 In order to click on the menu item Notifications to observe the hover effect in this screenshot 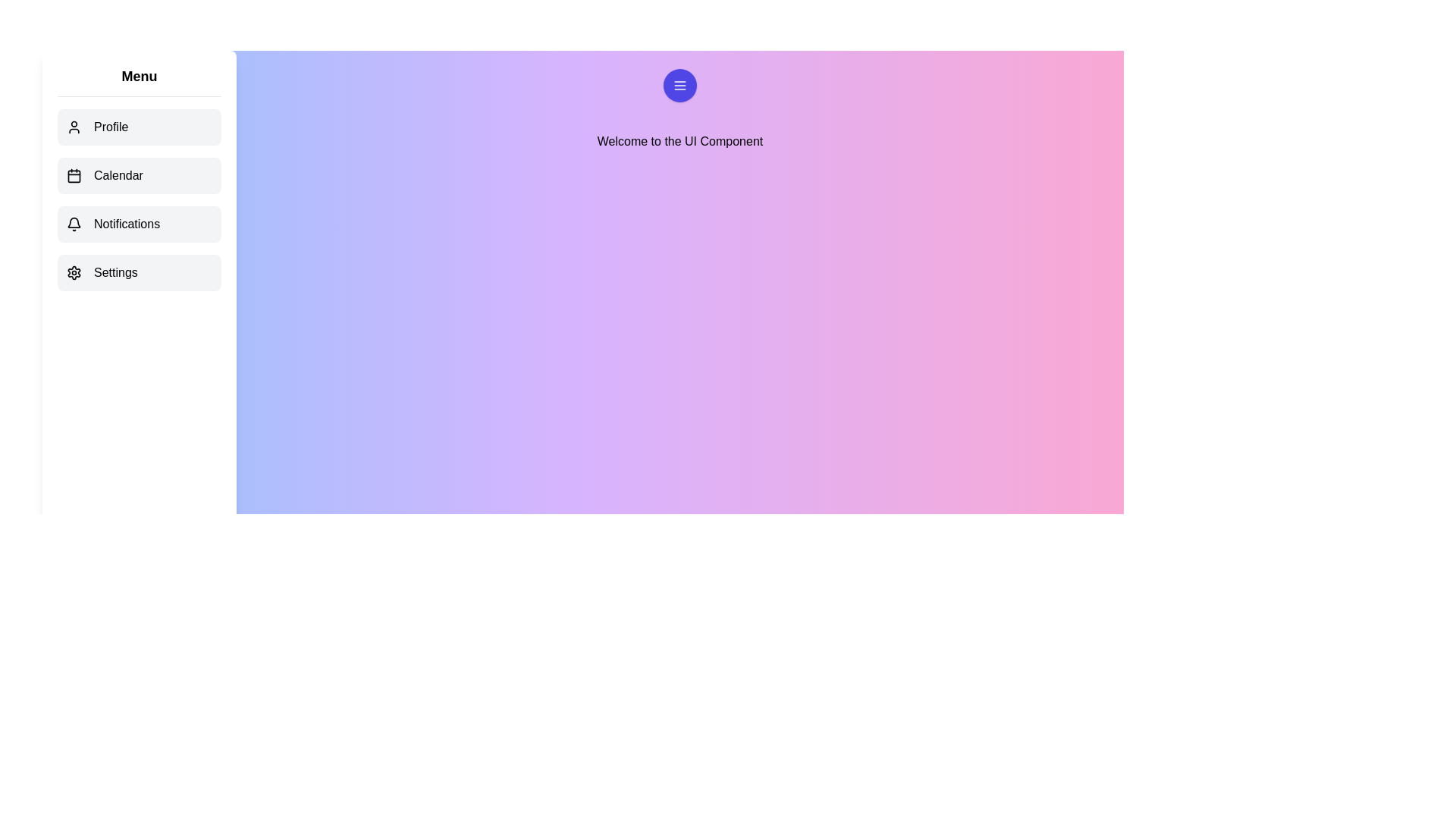, I will do `click(139, 224)`.